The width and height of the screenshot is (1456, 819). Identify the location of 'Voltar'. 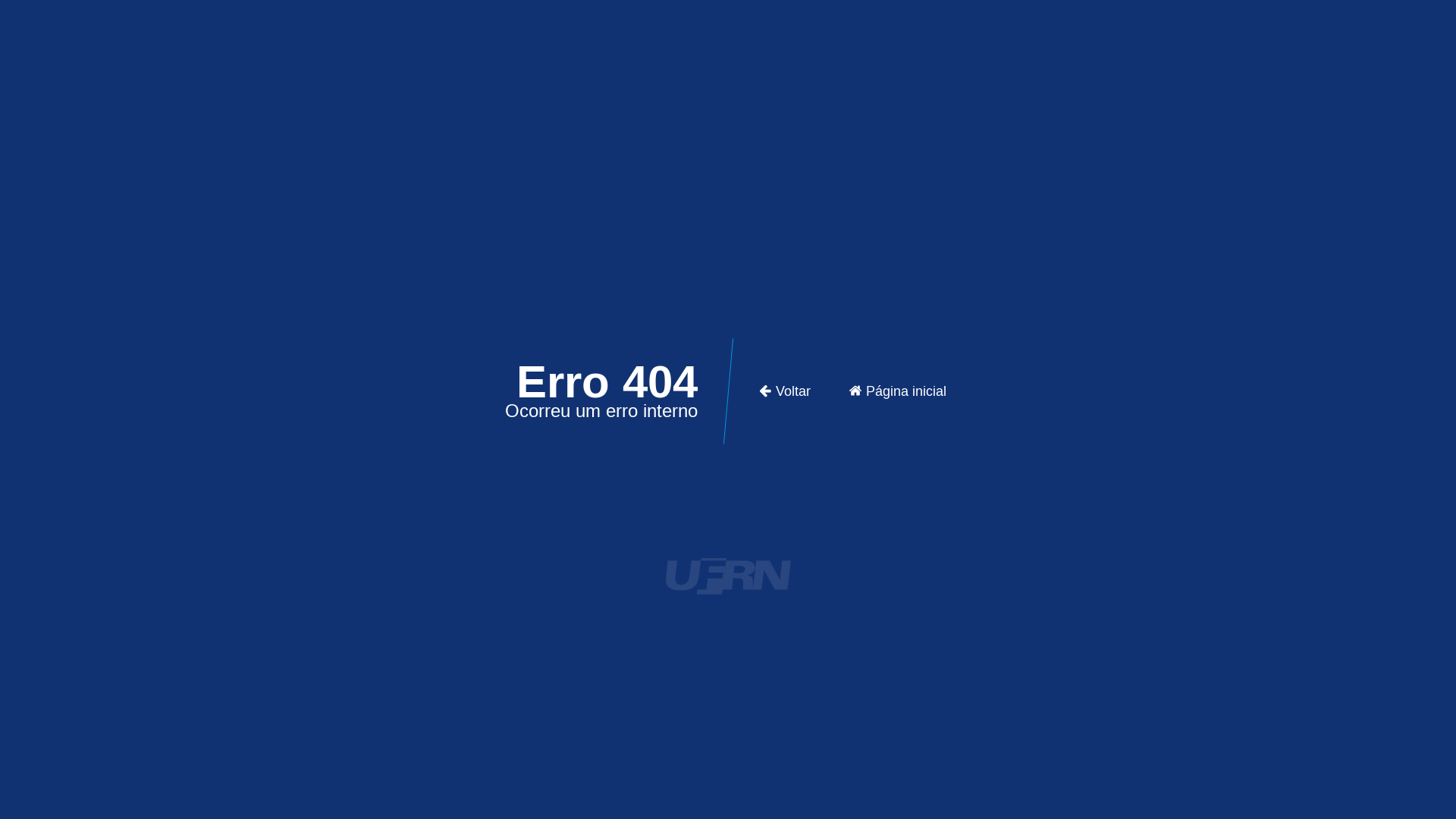
(758, 391).